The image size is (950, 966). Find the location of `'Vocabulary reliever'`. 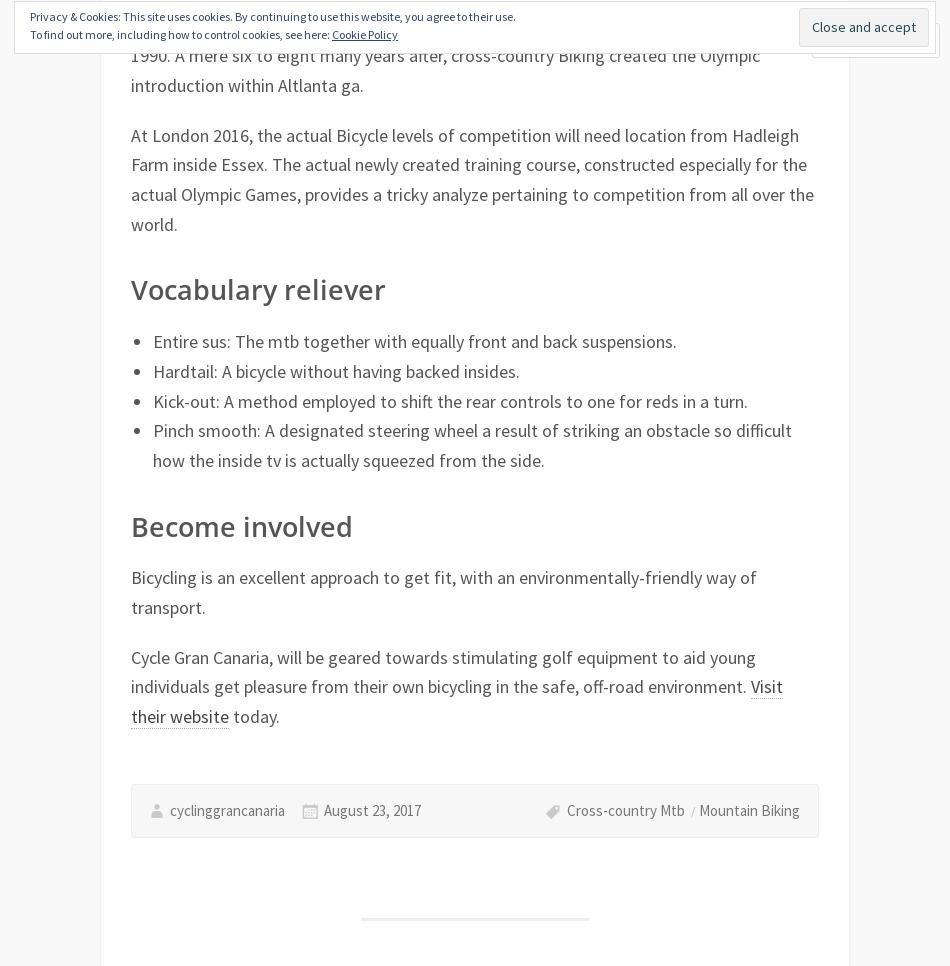

'Vocabulary reliever' is located at coordinates (131, 288).